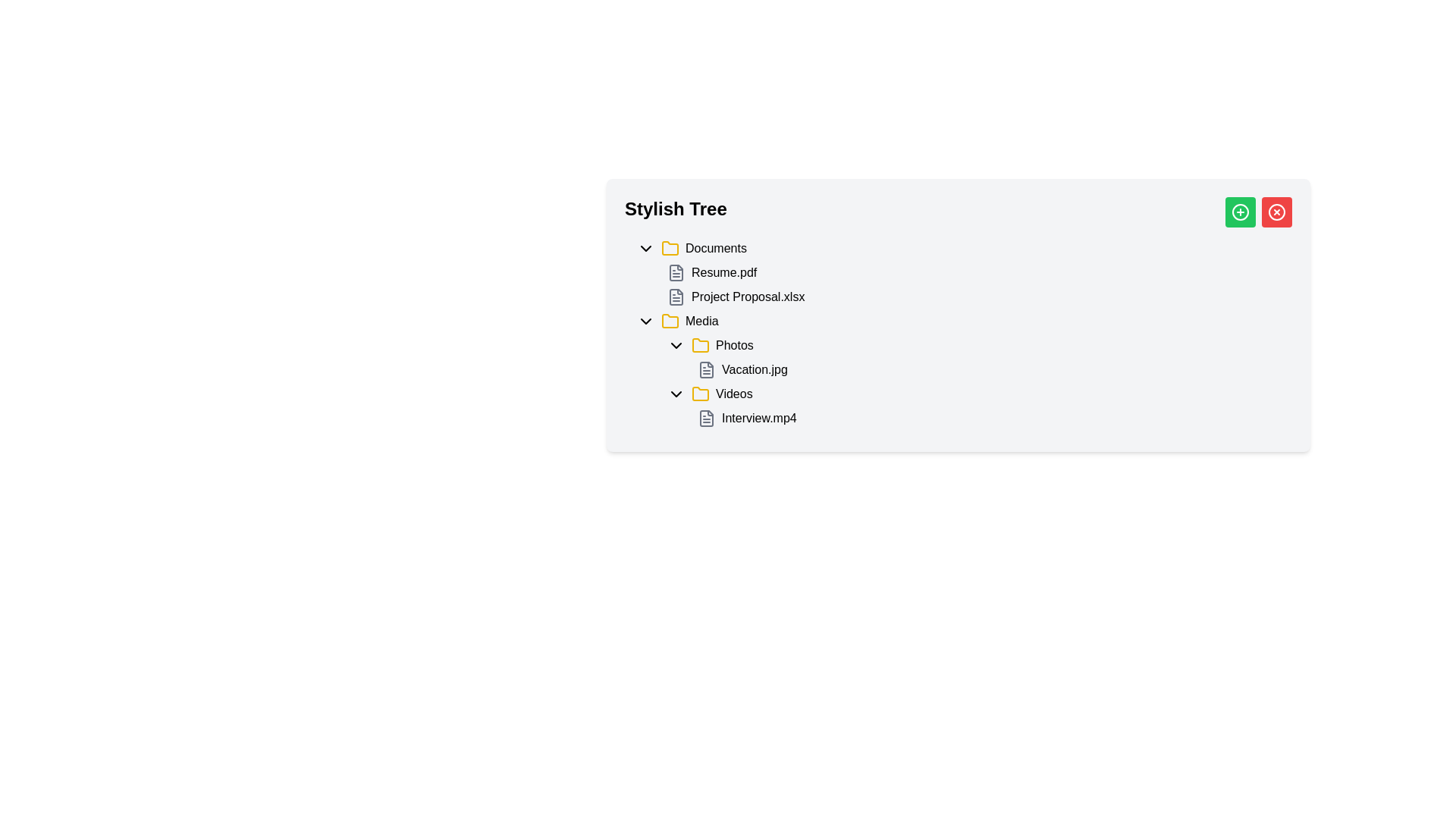 The width and height of the screenshot is (1456, 819). I want to click on the text label displaying the filename 'Resume.pdf', so click(723, 271).